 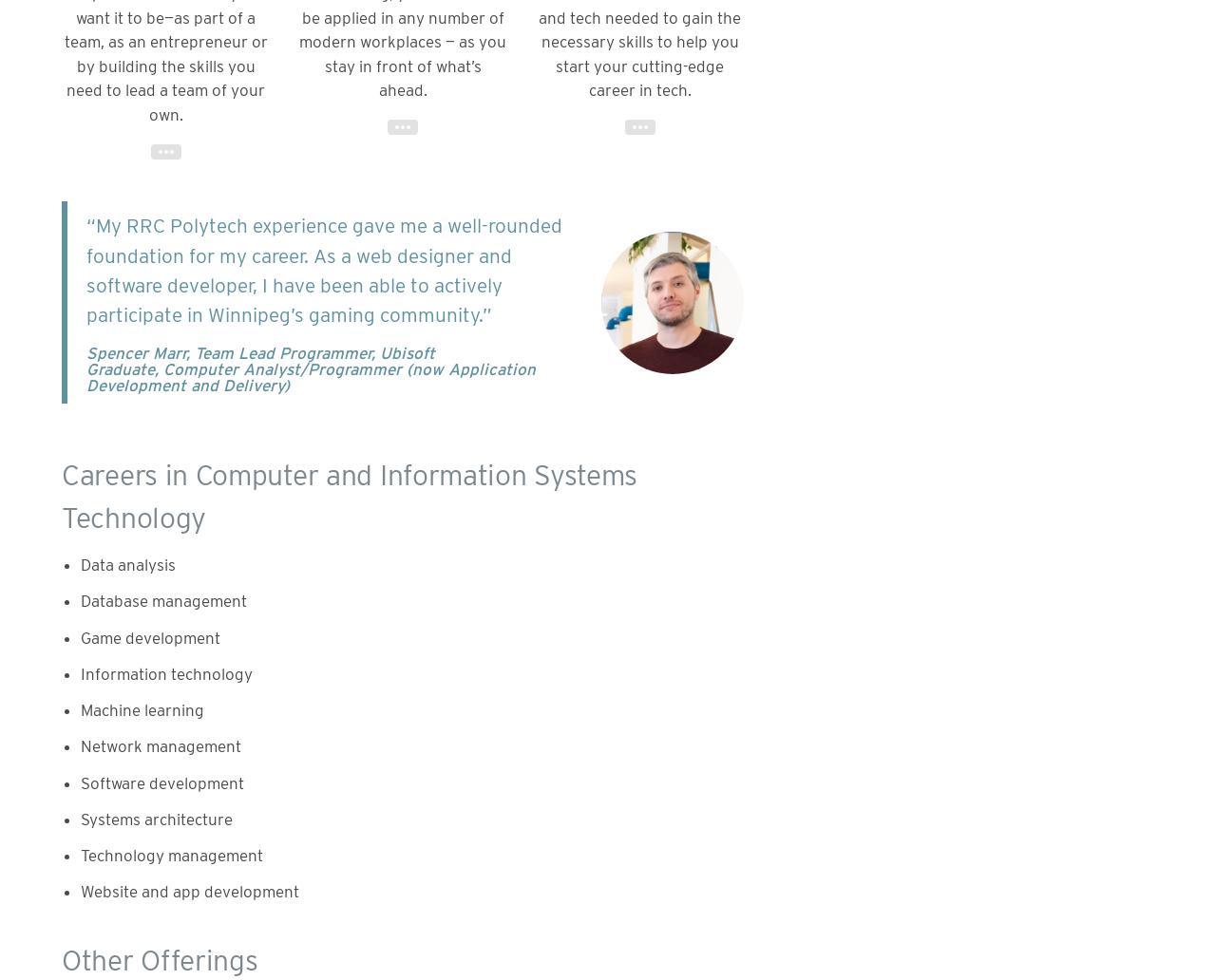 I want to click on 'Machine learning', so click(x=79, y=708).